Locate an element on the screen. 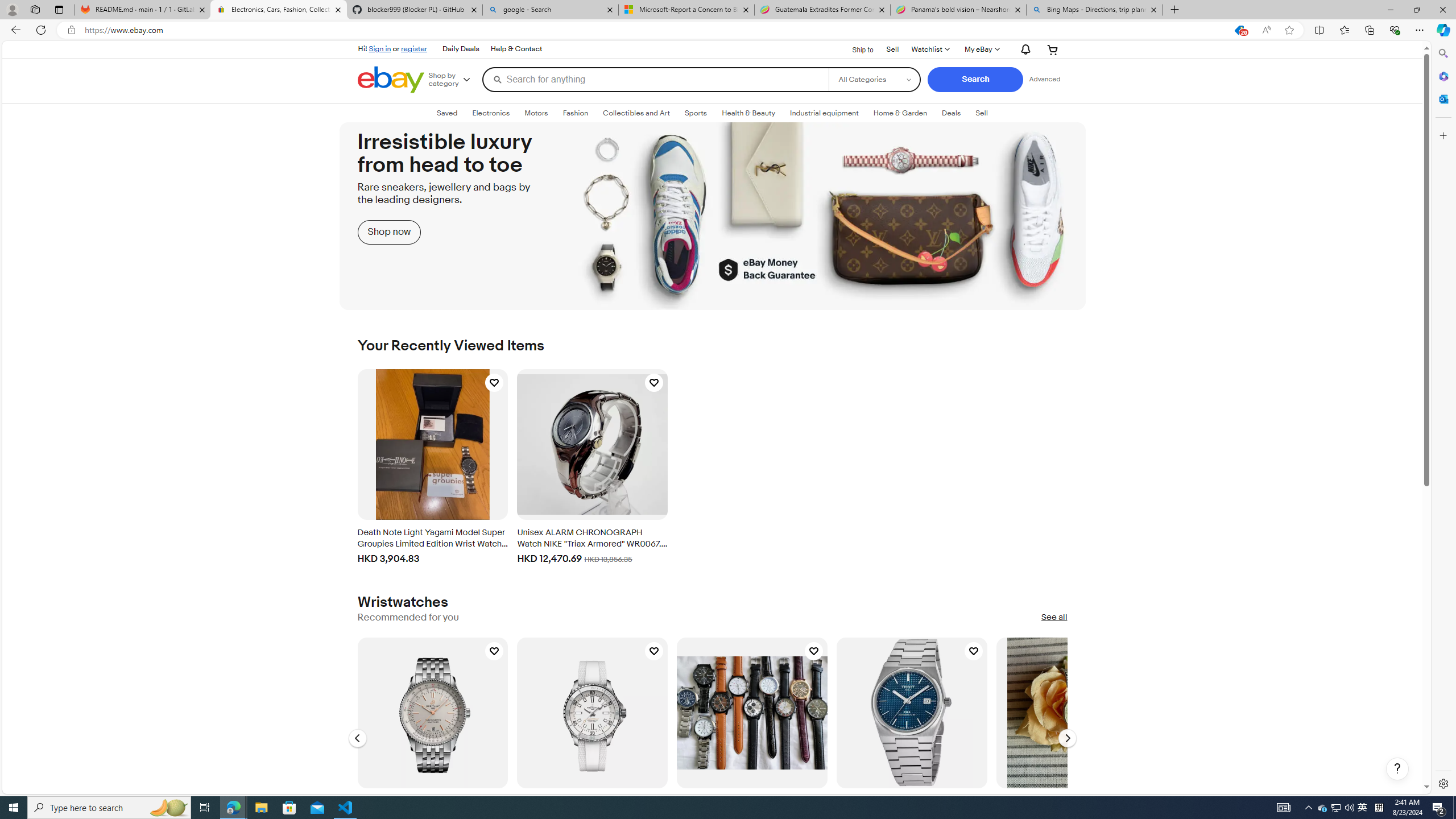 Image resolution: width=1456 pixels, height=819 pixels. 'SportsExpand: Sports' is located at coordinates (695, 113).